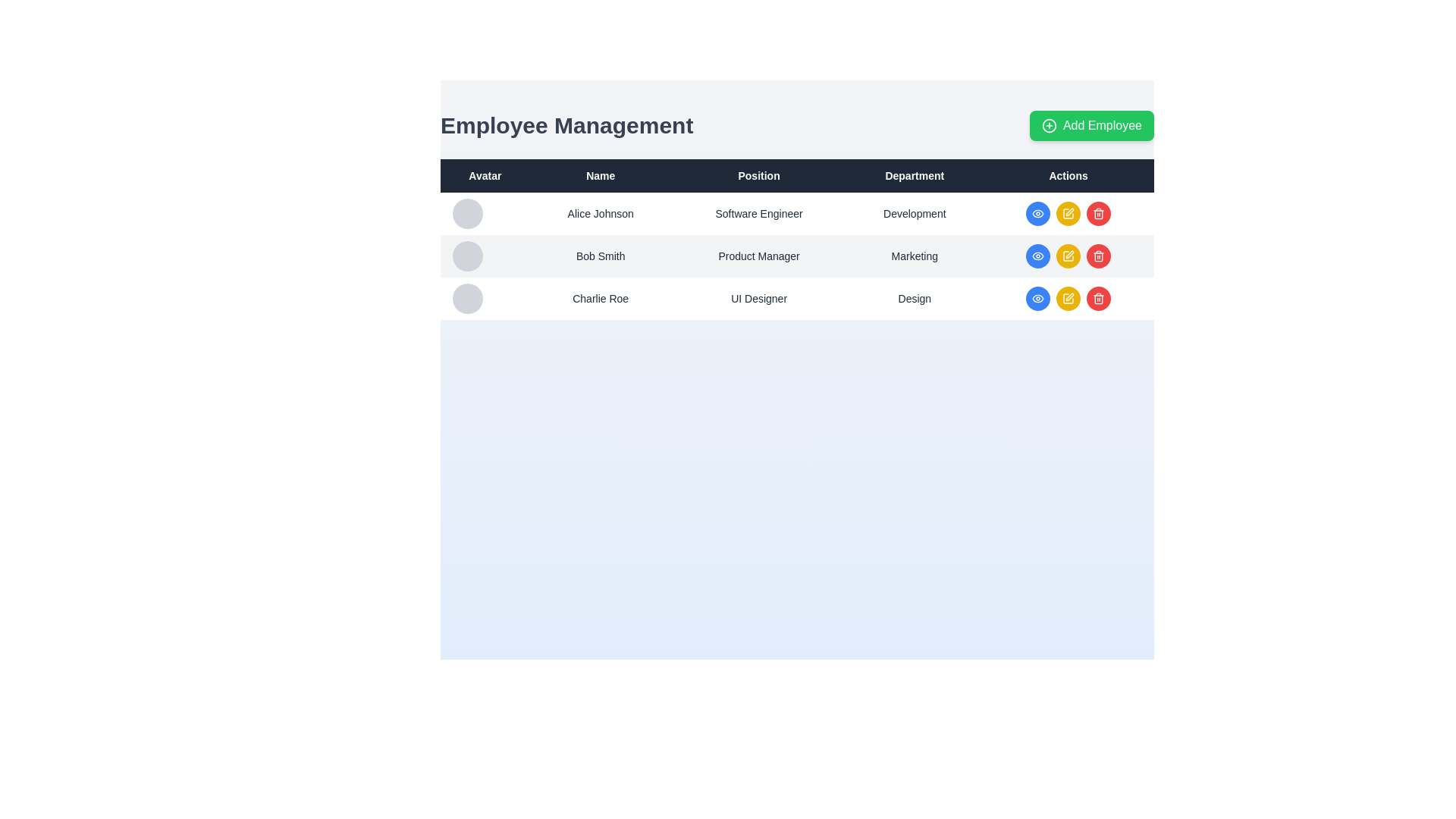  I want to click on the pen icon button with a bright yellow background in the 'Actions' column for the second row labeled 'Bob Smith' to initiate an edit action, so click(1068, 298).